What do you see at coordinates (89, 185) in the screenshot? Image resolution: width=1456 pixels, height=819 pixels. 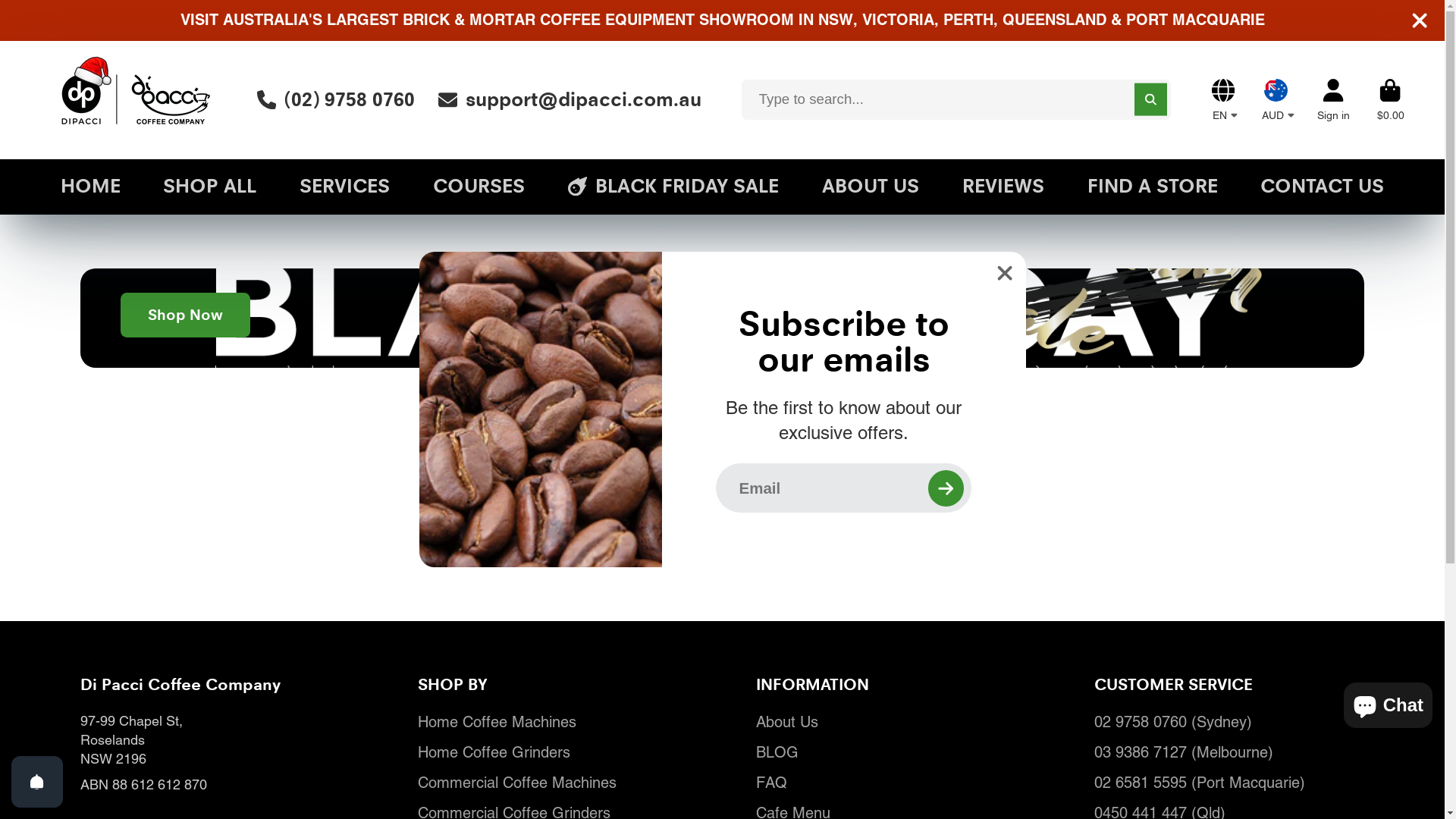 I see `'HOME'` at bounding box center [89, 185].